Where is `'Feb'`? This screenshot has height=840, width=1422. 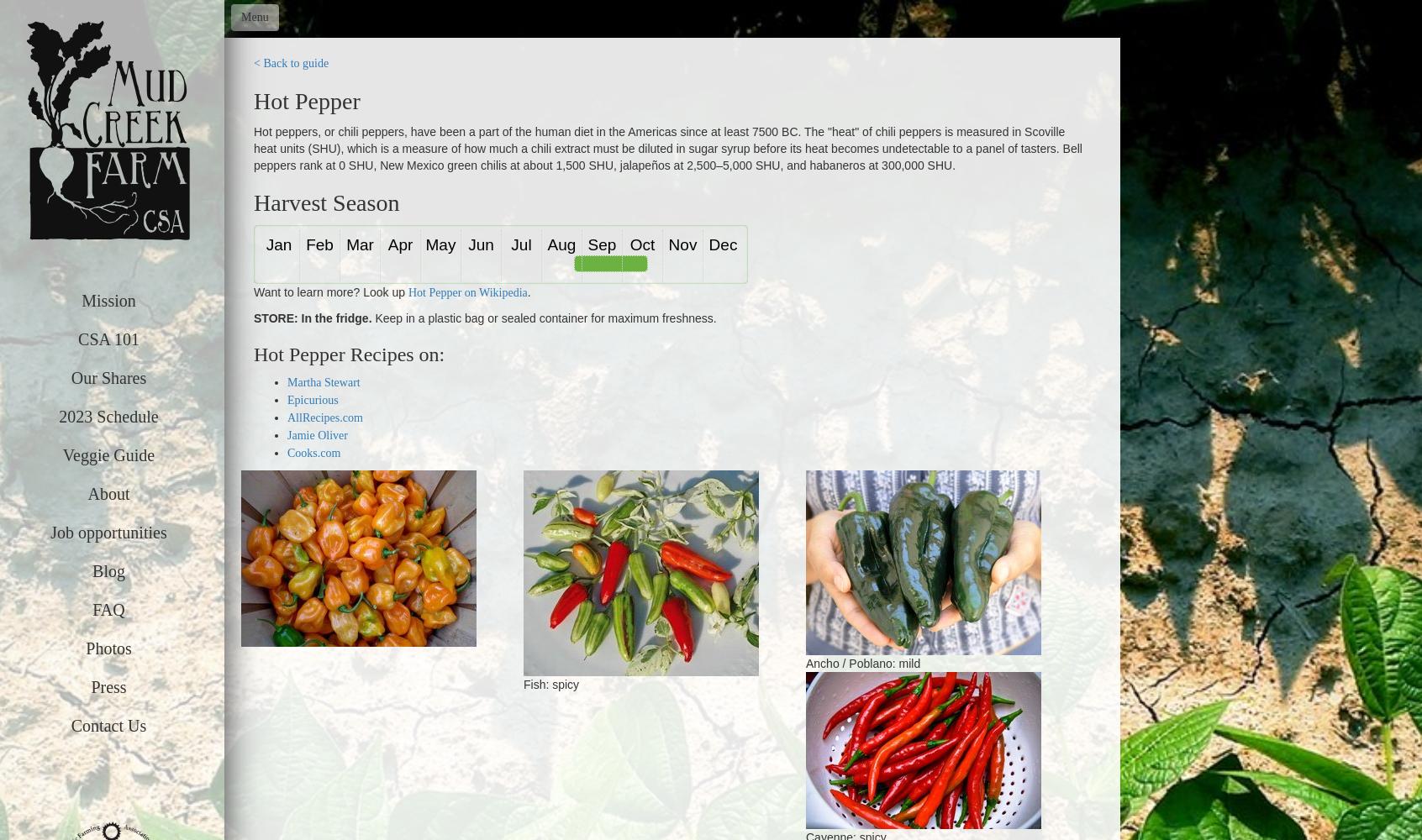
'Feb' is located at coordinates (305, 244).